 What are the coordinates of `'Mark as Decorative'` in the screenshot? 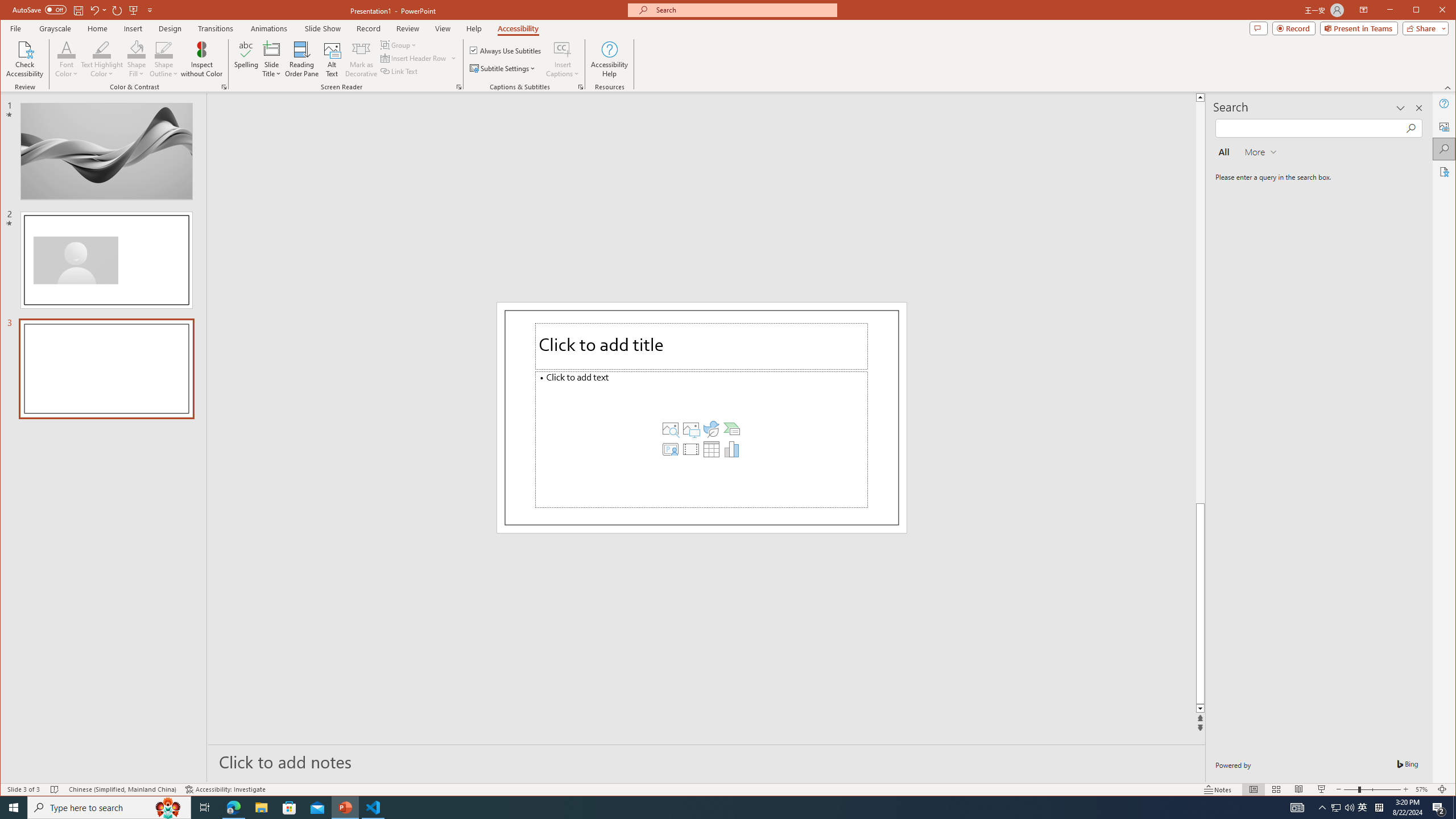 It's located at (360, 59).